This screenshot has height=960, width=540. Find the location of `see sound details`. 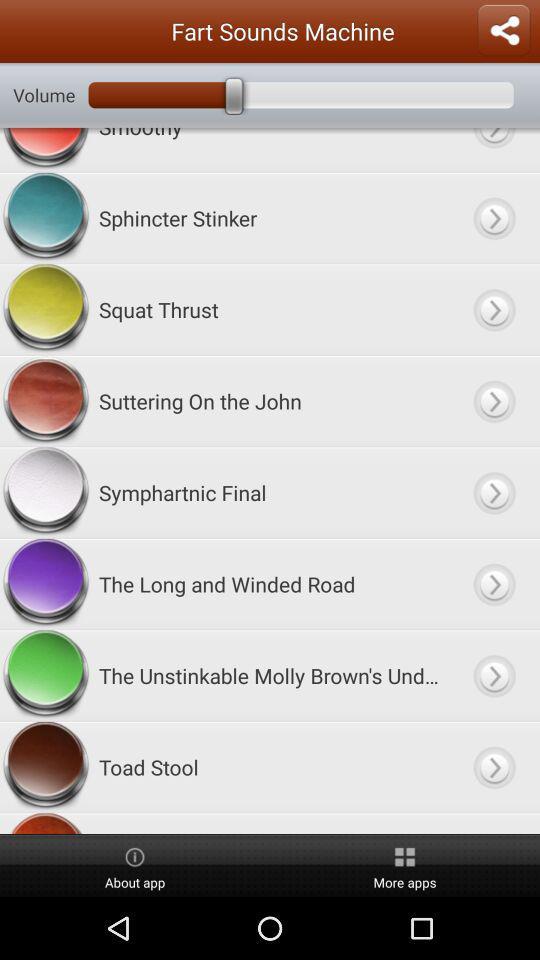

see sound details is located at coordinates (493, 309).